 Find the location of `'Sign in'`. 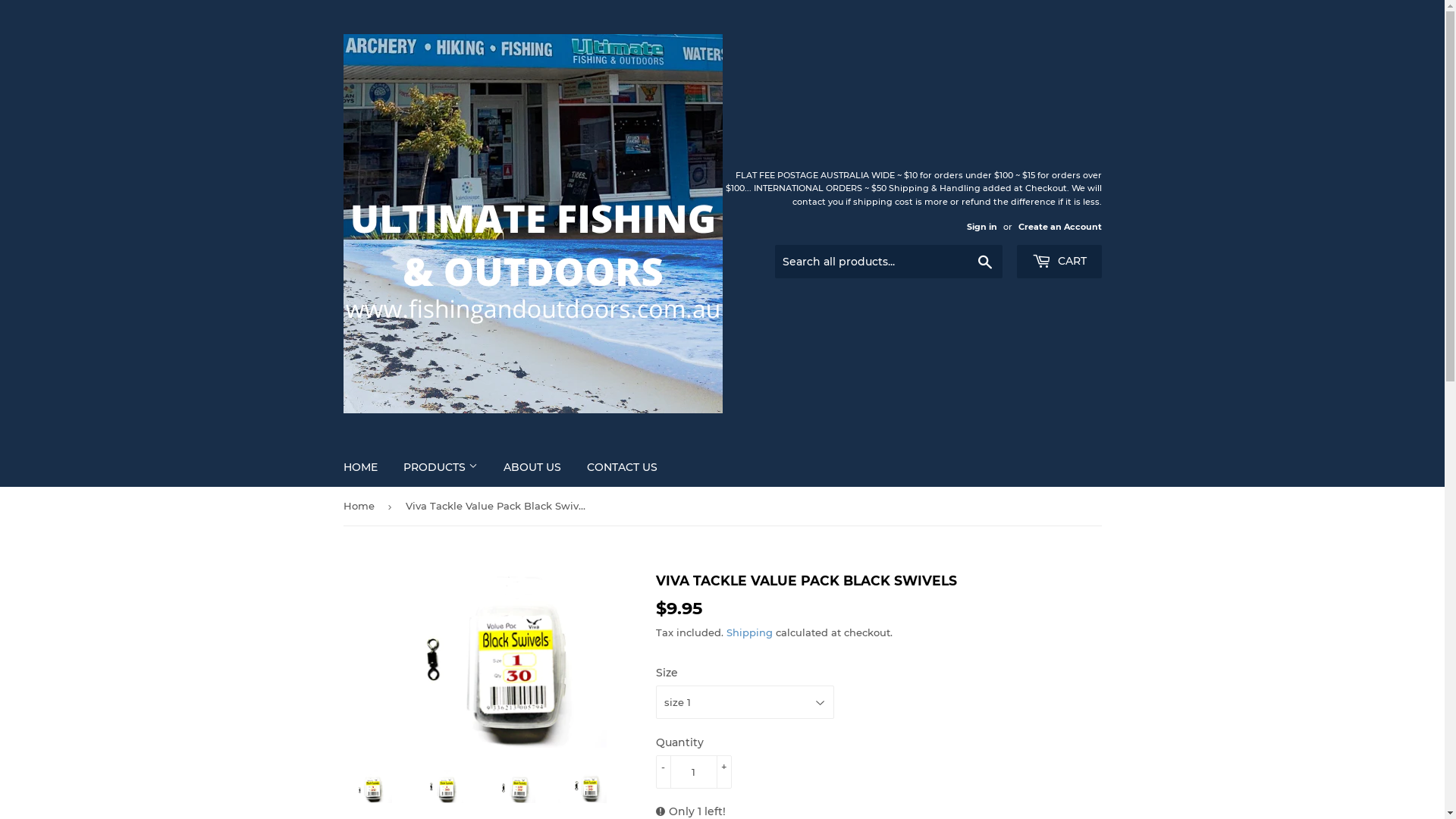

'Sign in' is located at coordinates (965, 227).